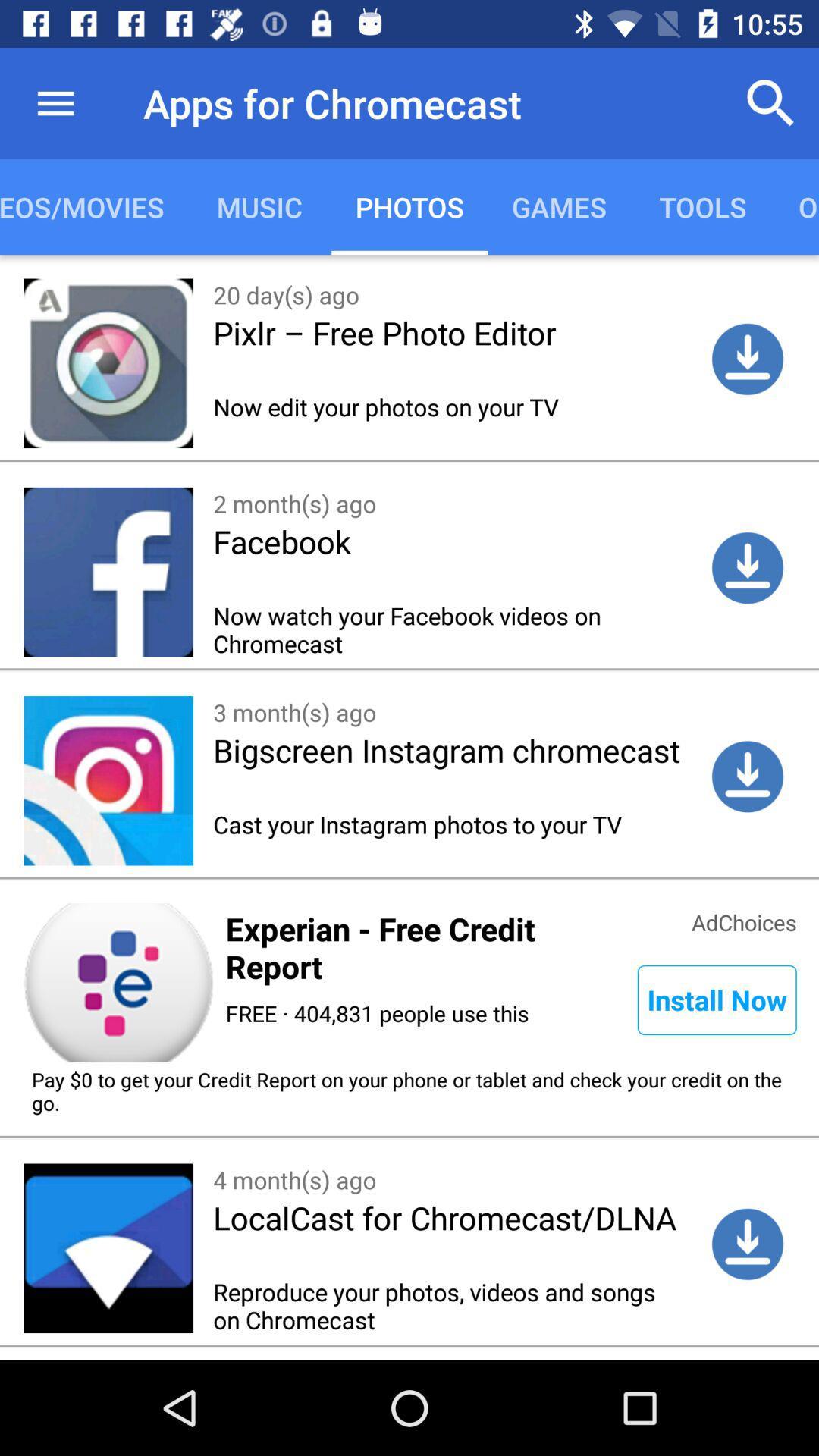  Describe the element at coordinates (771, 102) in the screenshot. I see `item next to the apps for chromecast item` at that location.